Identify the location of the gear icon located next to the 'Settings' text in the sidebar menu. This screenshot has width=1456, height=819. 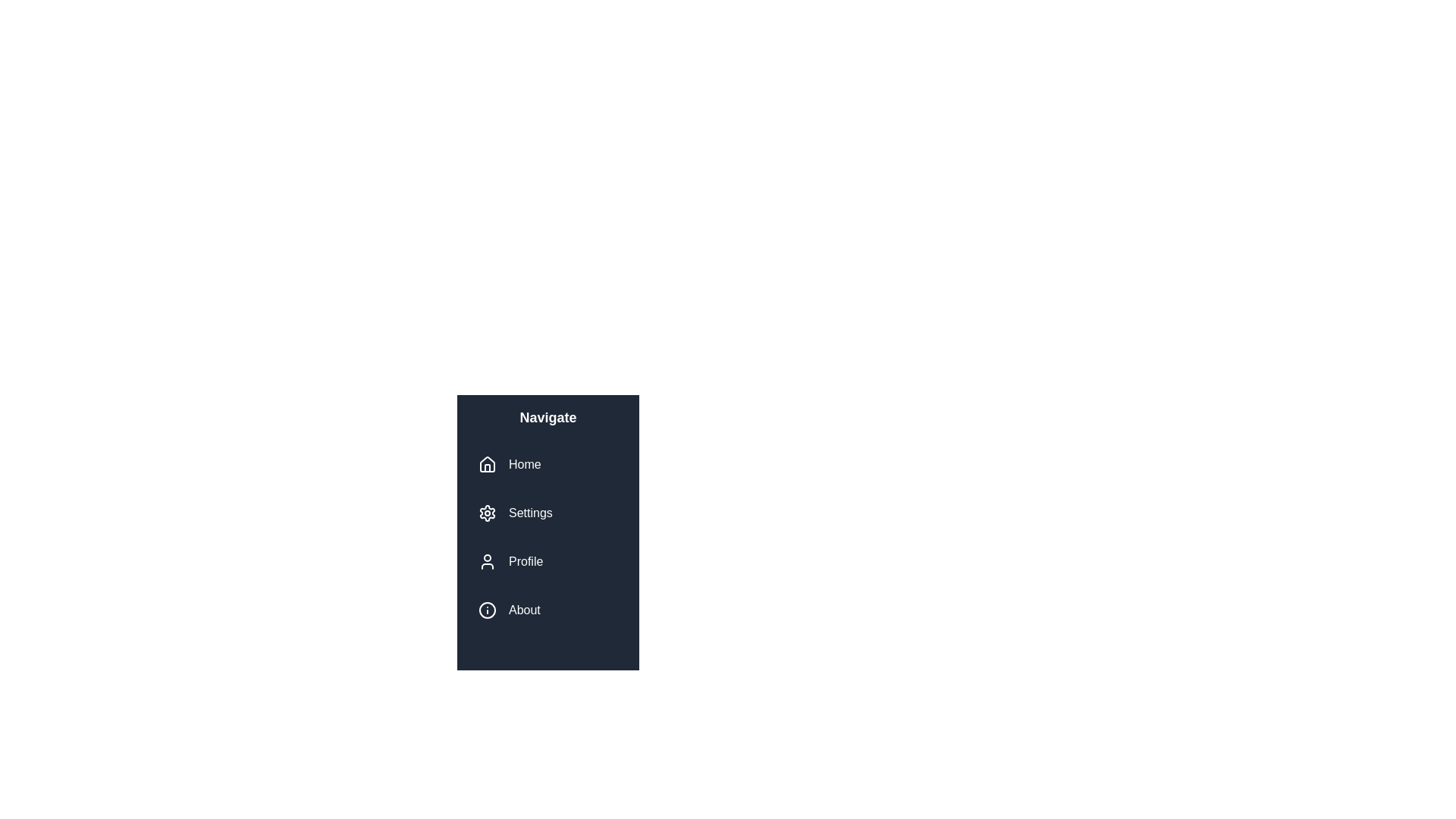
(488, 513).